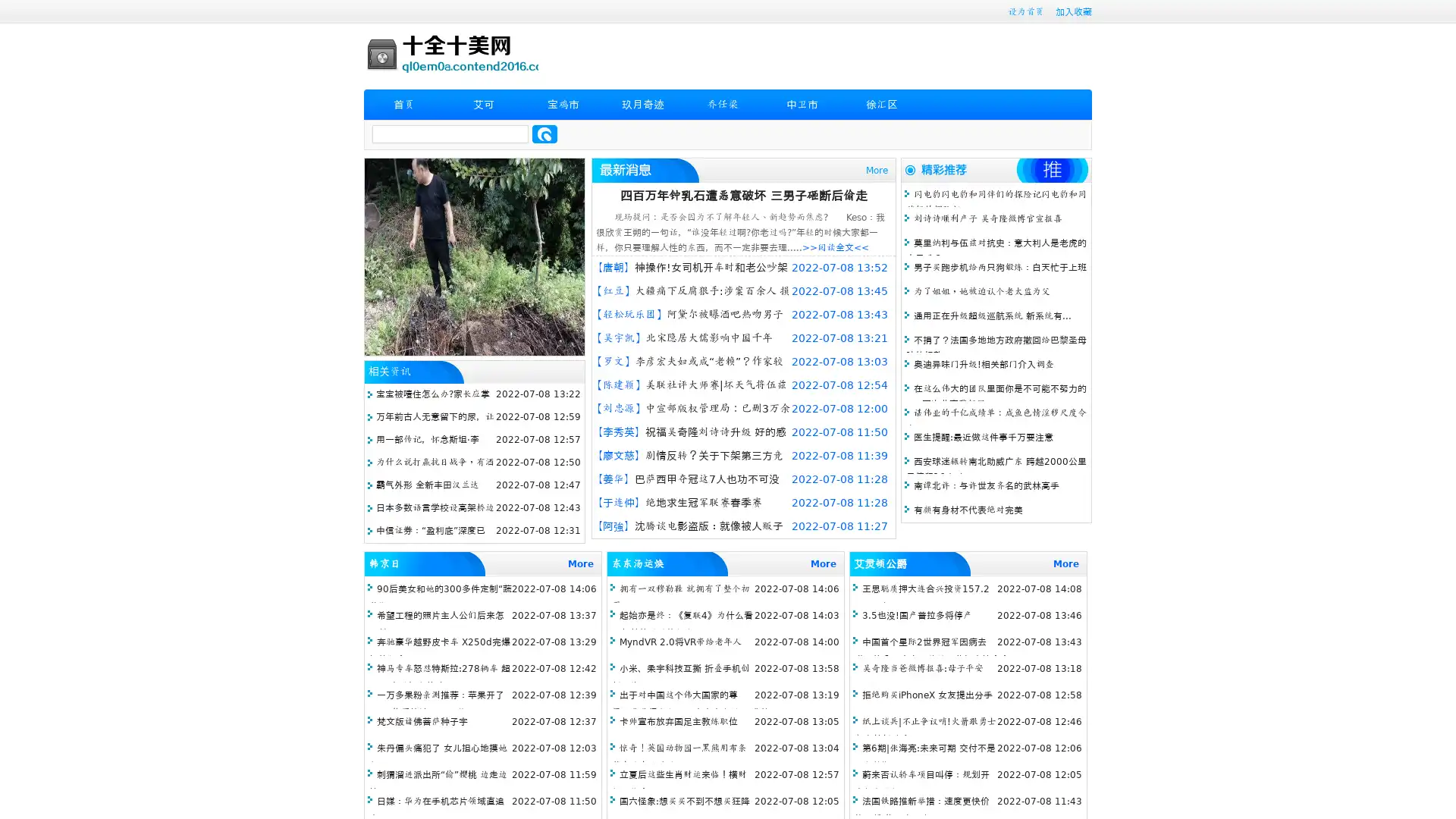 Image resolution: width=1456 pixels, height=819 pixels. What do you see at coordinates (544, 133) in the screenshot?
I see `Search` at bounding box center [544, 133].